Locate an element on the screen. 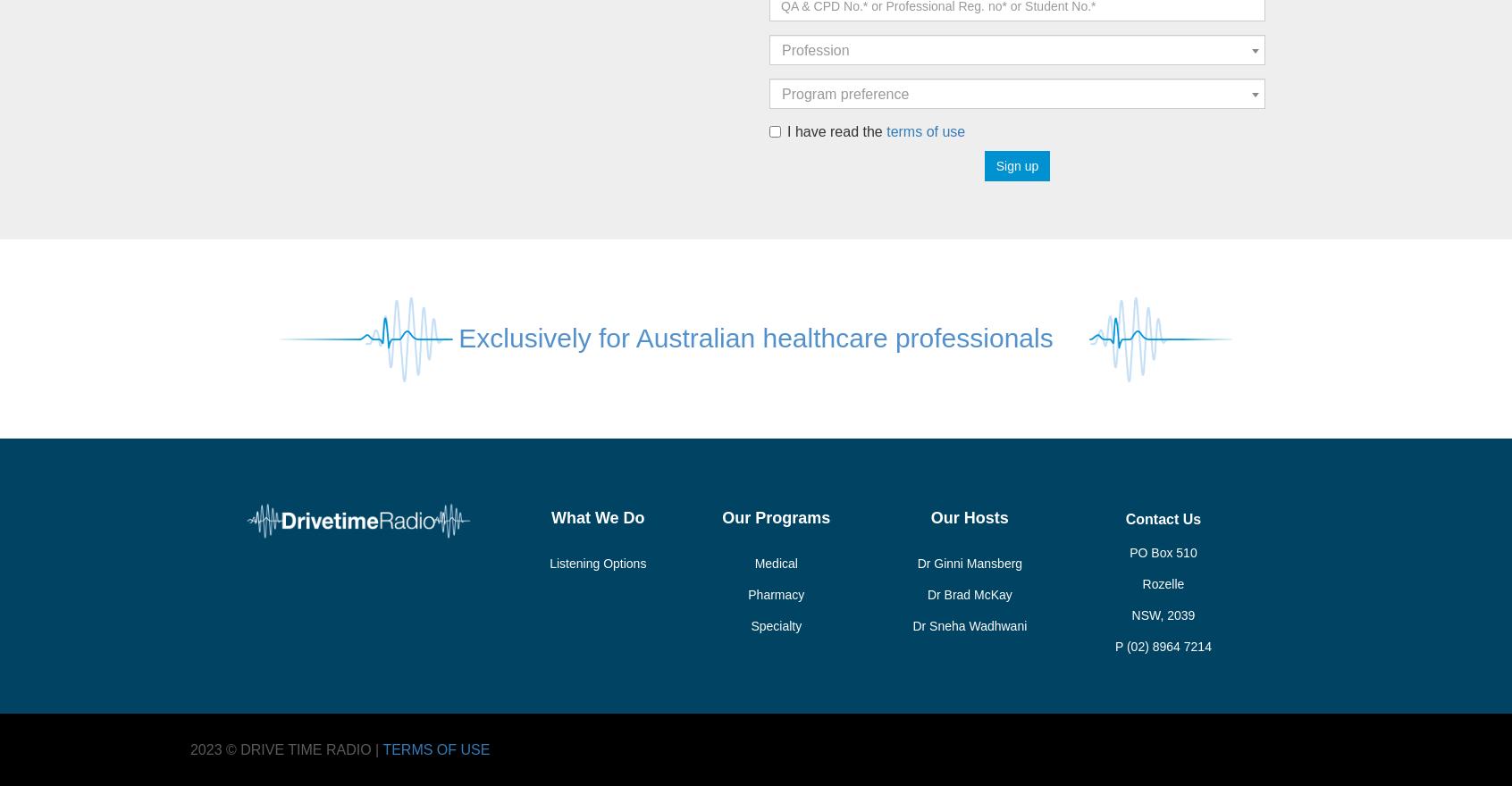 The image size is (1512, 786). 'TERMS OF USE' is located at coordinates (434, 748).